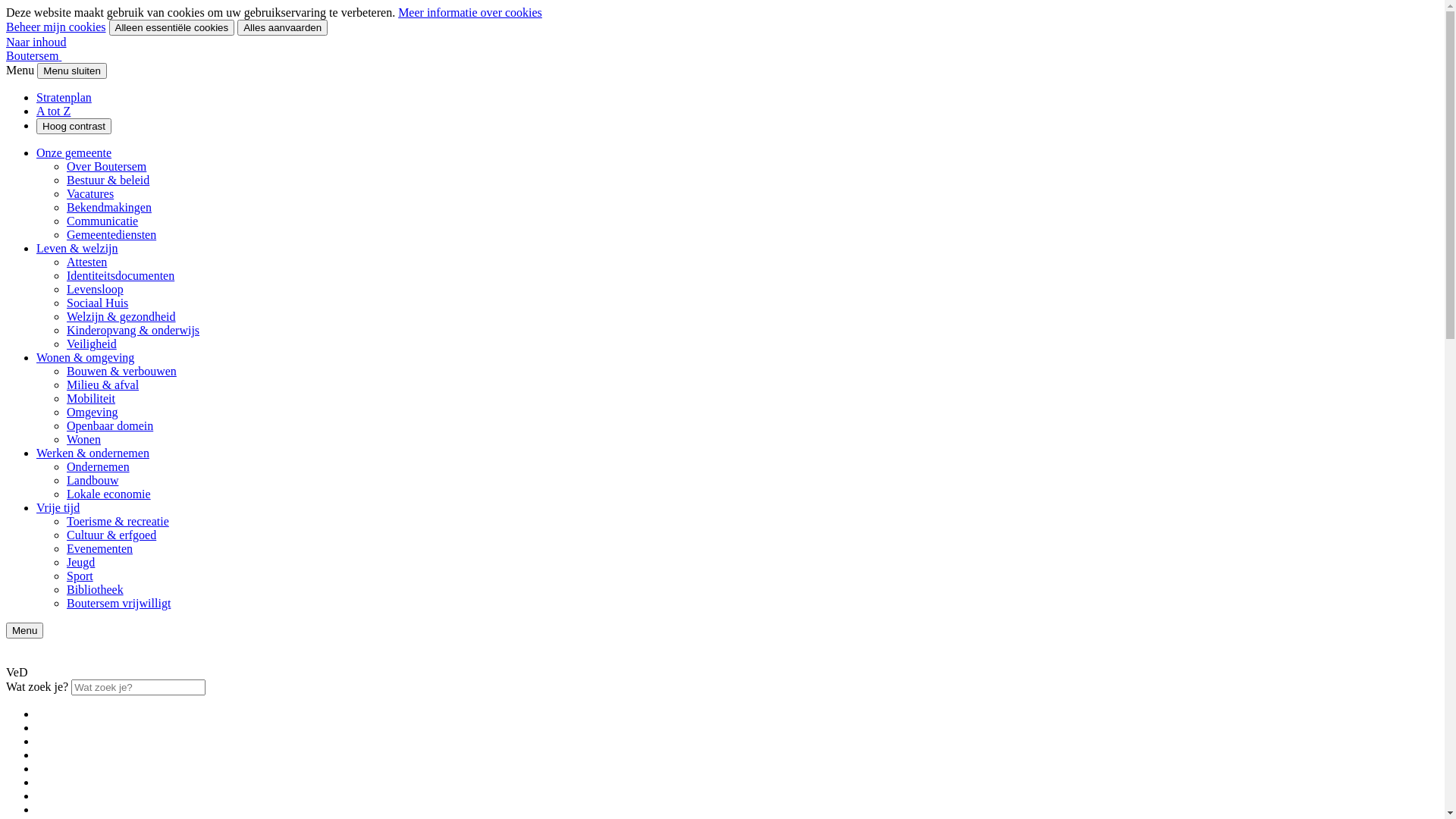 The height and width of the screenshot is (819, 1456). Describe the element at coordinates (63, 97) in the screenshot. I see `'Stratenplan'` at that location.